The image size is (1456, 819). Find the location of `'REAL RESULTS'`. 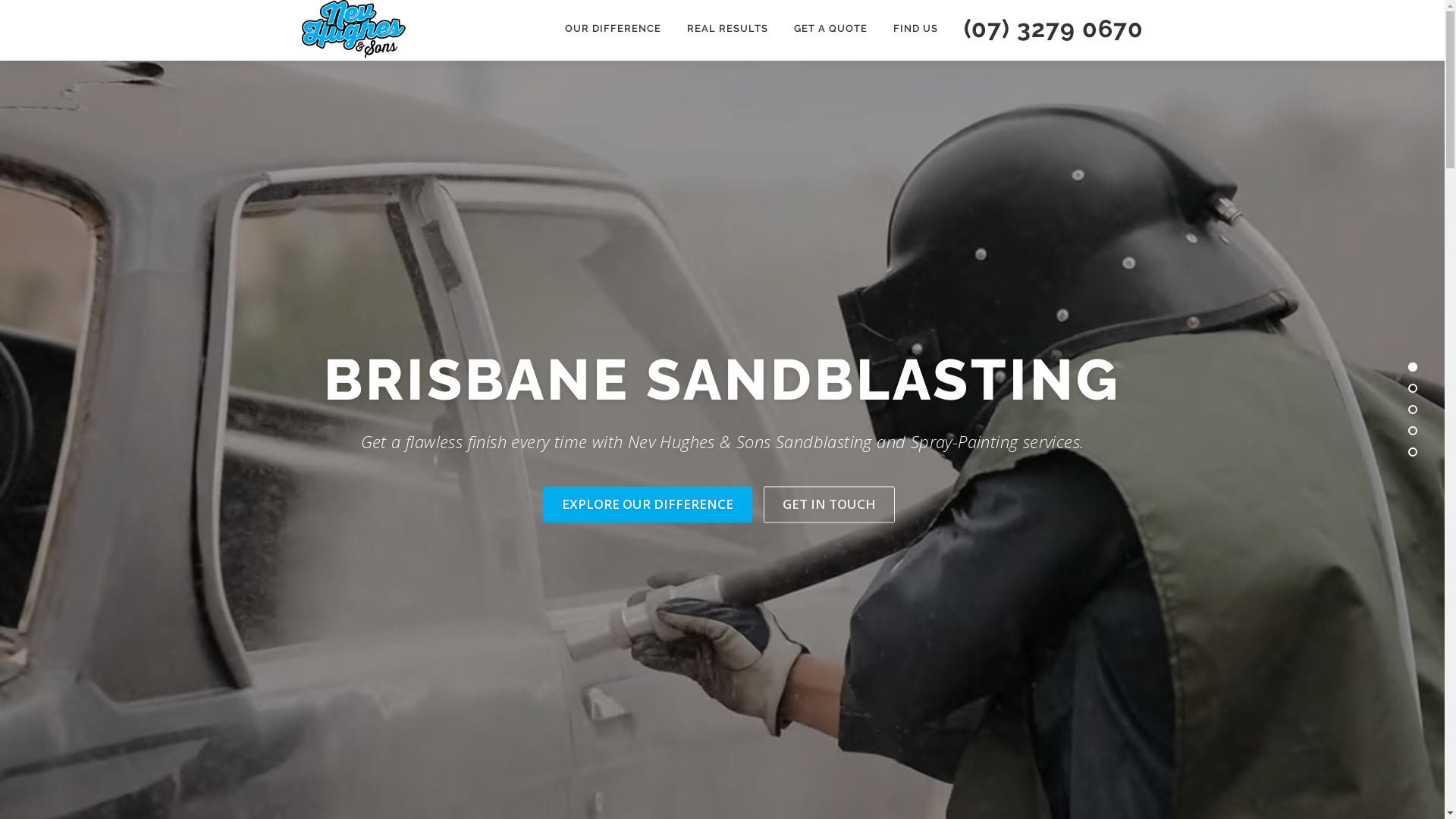

'REAL RESULTS' is located at coordinates (726, 28).